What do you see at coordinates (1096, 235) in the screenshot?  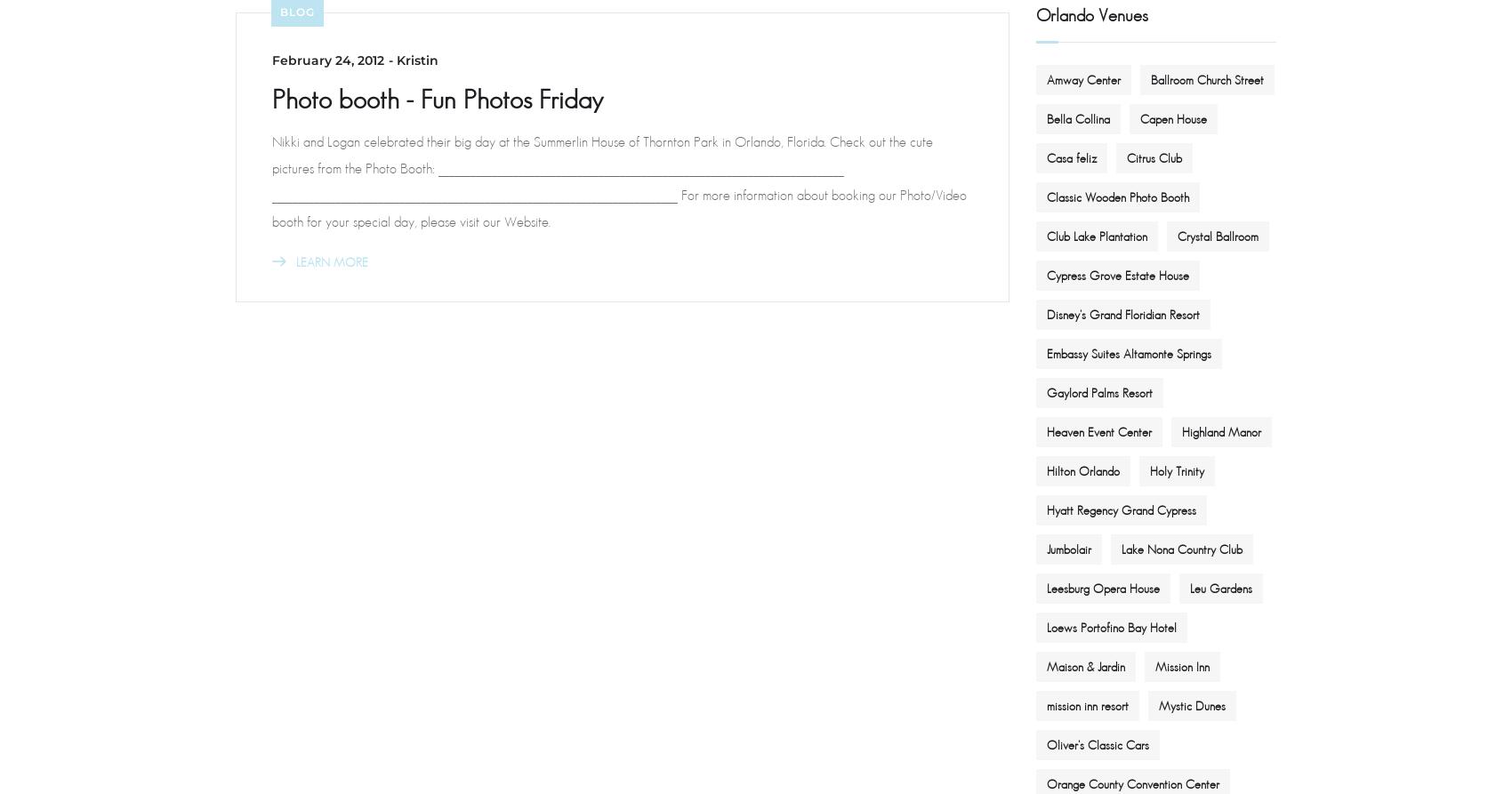 I see `'Club Lake Plantation'` at bounding box center [1096, 235].